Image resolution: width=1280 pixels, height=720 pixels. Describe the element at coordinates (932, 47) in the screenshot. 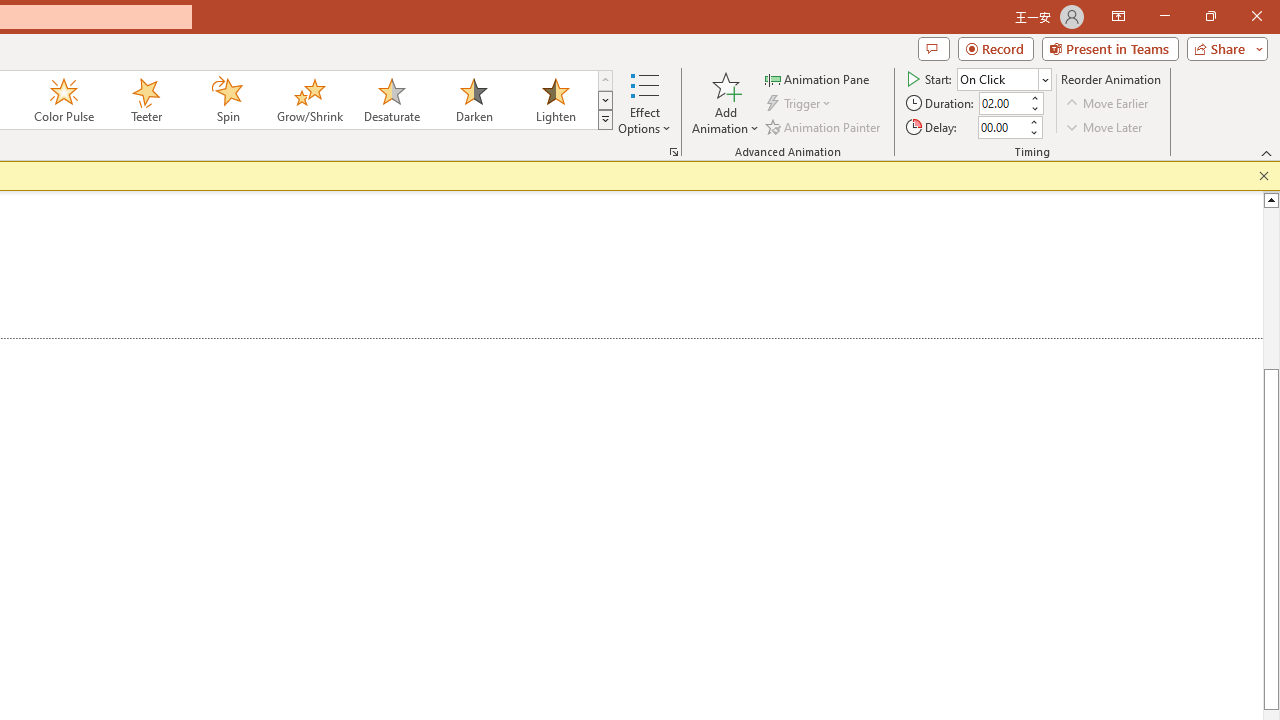

I see `'Comments'` at that location.